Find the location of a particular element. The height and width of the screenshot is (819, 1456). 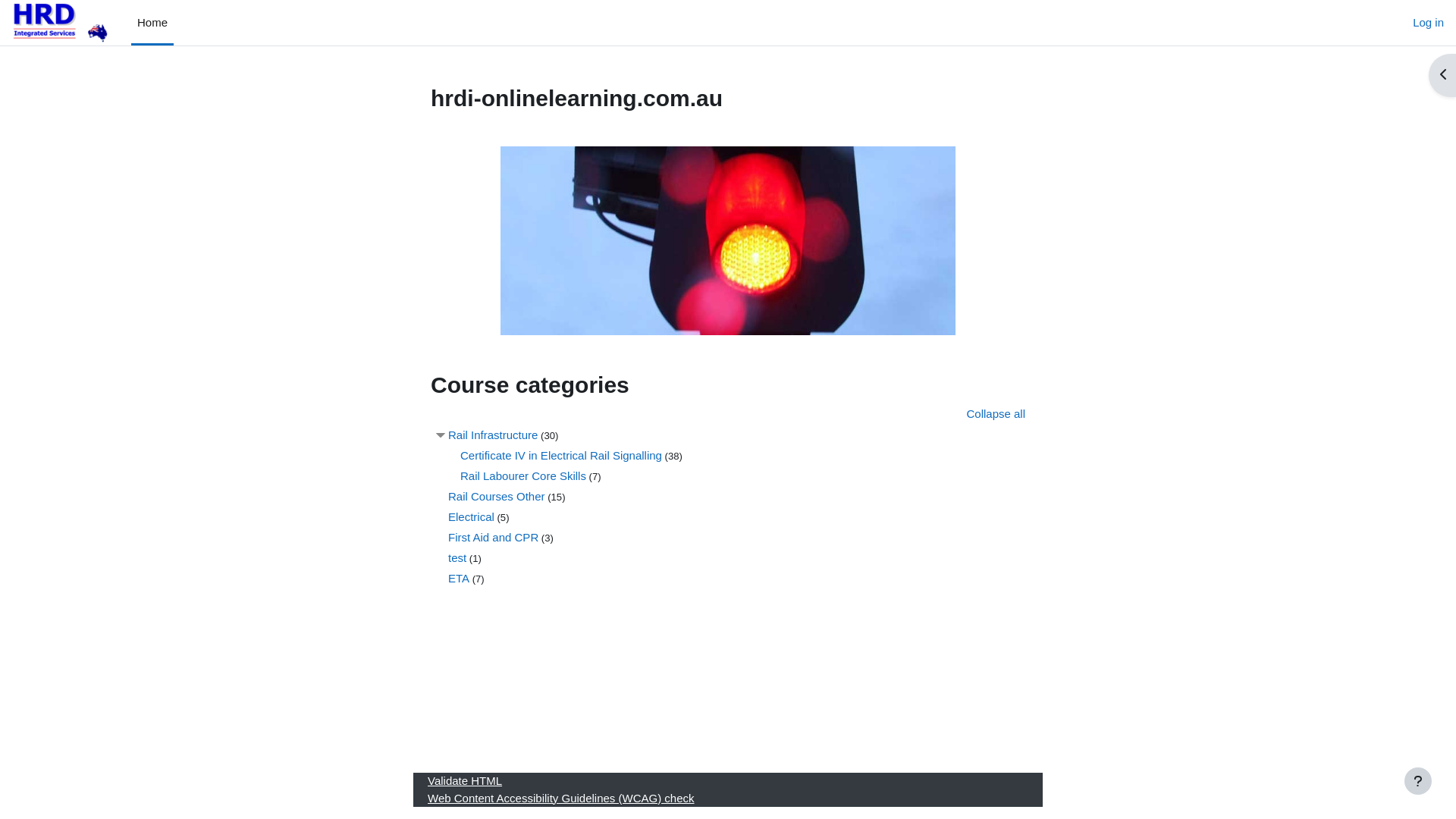

'Rail Labourer Core Skills' is located at coordinates (459, 474).